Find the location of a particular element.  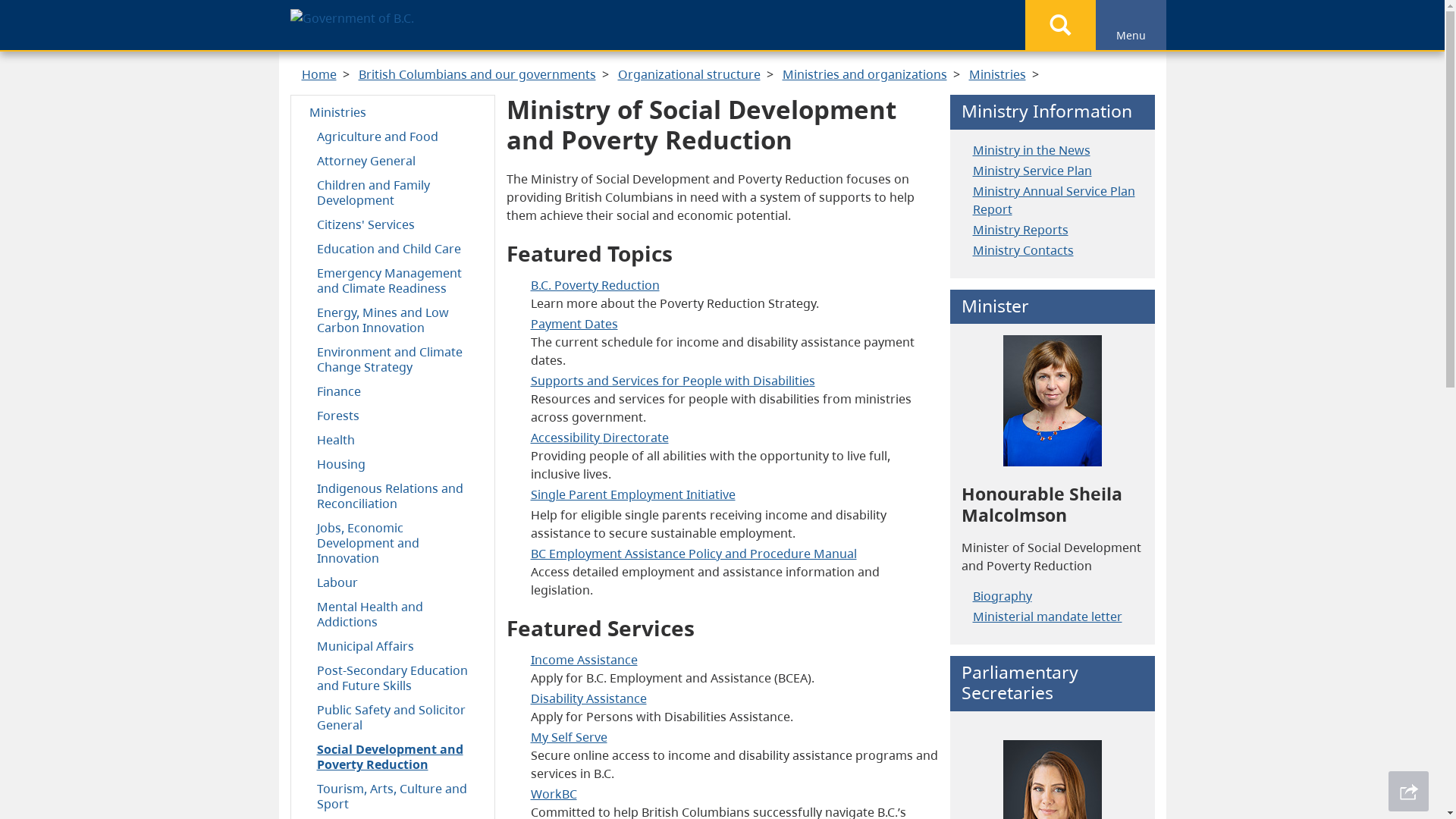

'Menu' is located at coordinates (1095, 25).